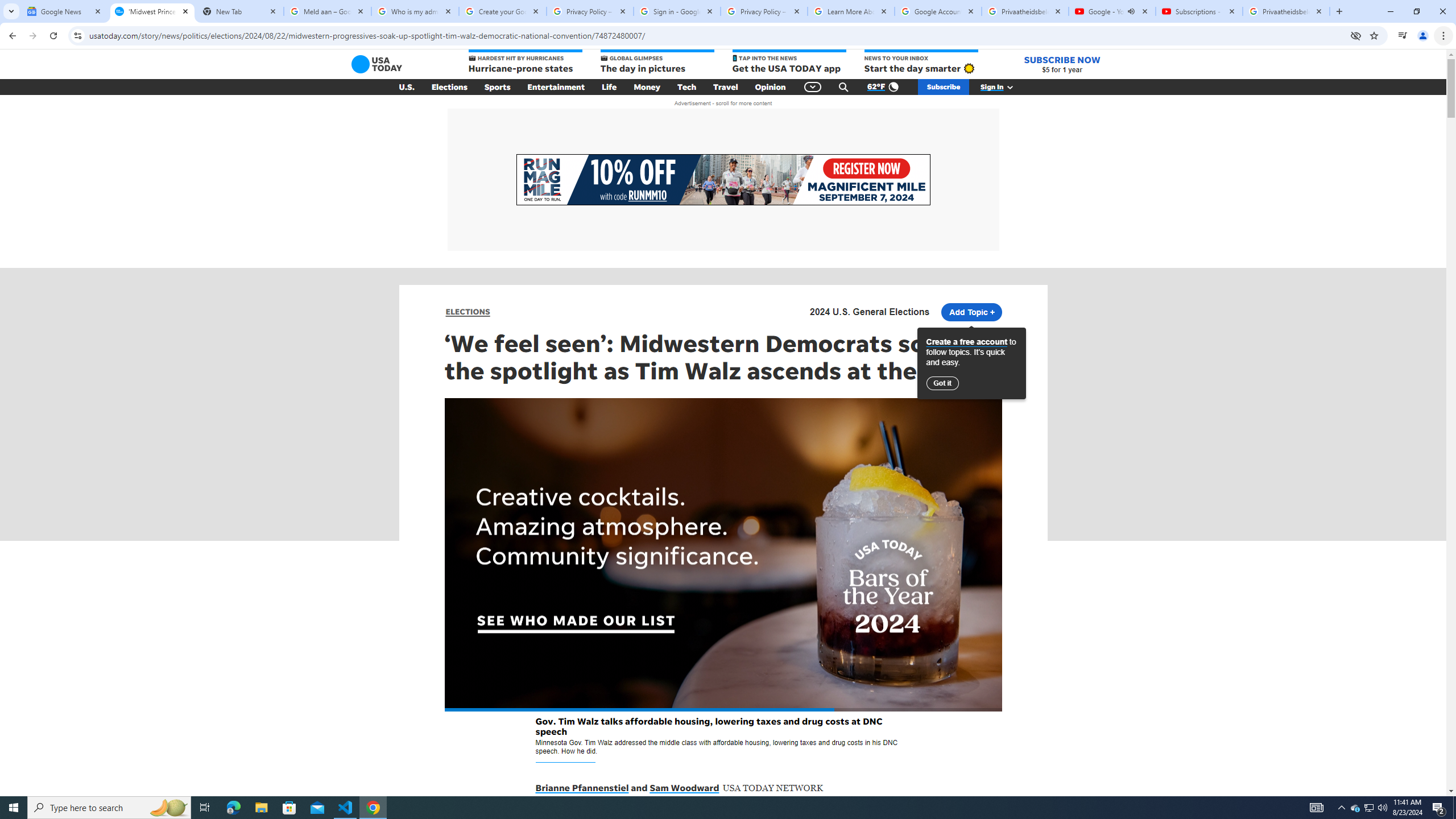 The width and height of the screenshot is (1456, 819). Describe the element at coordinates (1373, 35) in the screenshot. I see `'Bookmark this tab'` at that location.